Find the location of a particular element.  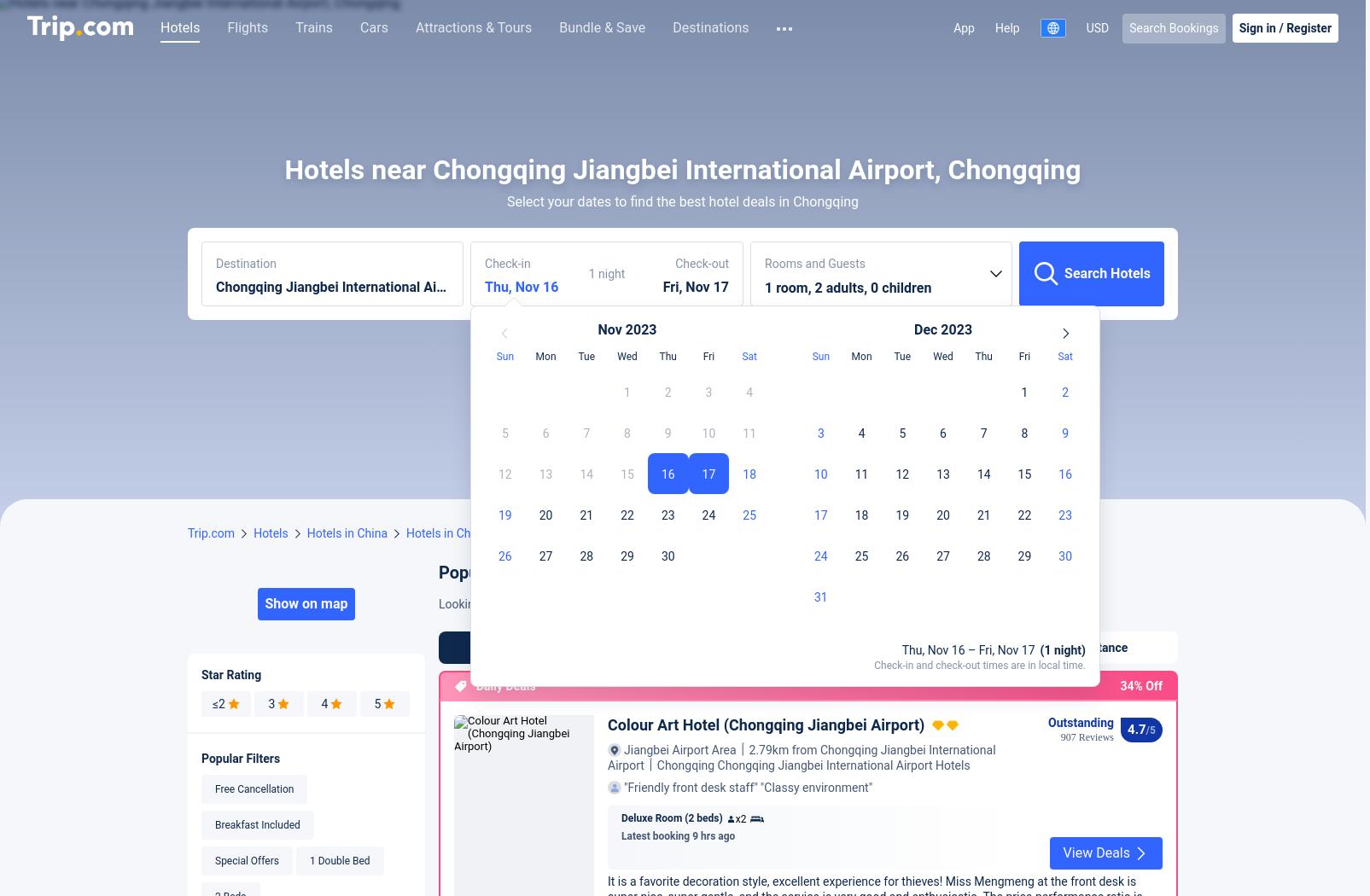

'Register' is located at coordinates (1285, 27).